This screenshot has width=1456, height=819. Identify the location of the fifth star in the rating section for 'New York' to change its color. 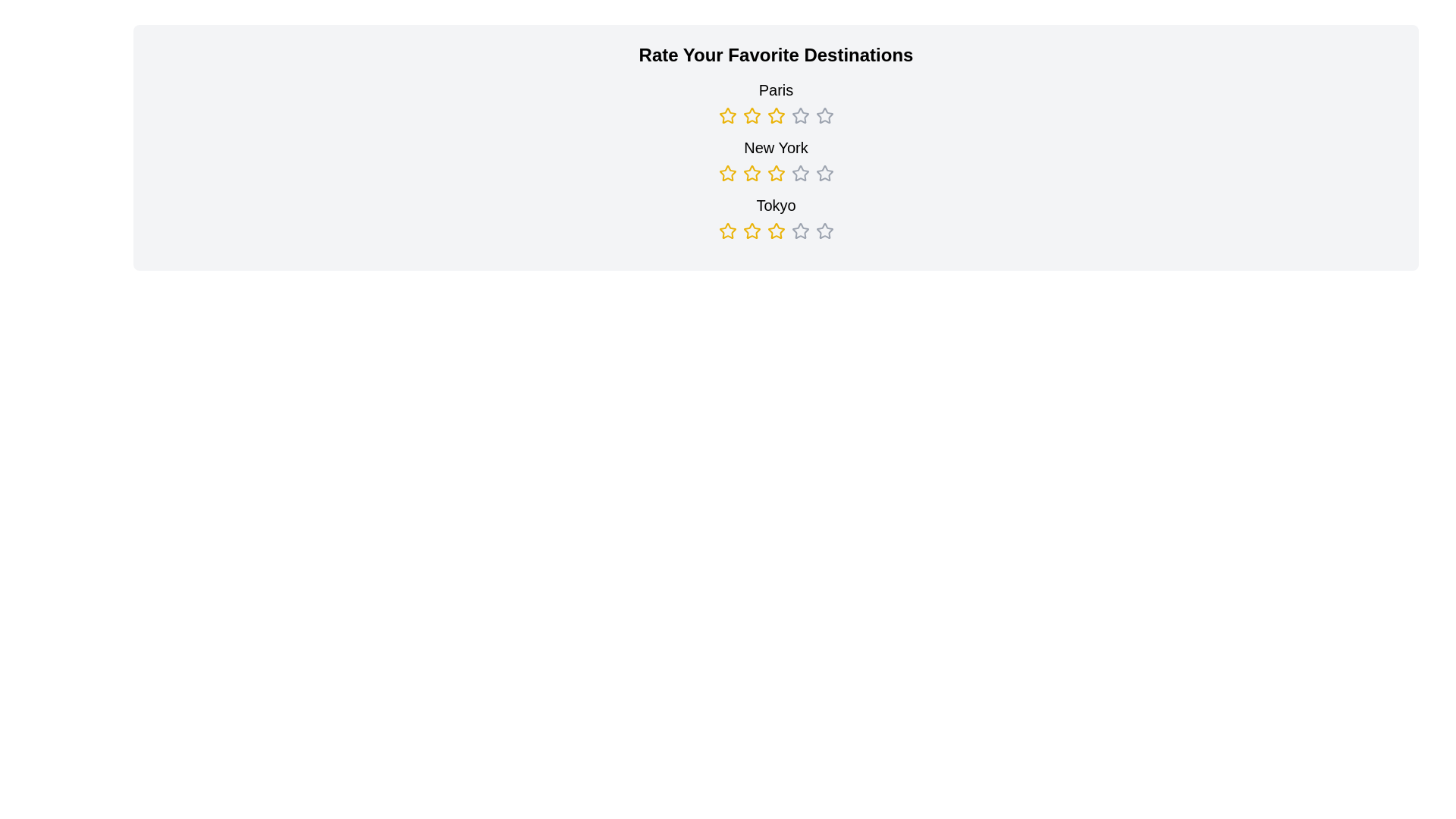
(824, 172).